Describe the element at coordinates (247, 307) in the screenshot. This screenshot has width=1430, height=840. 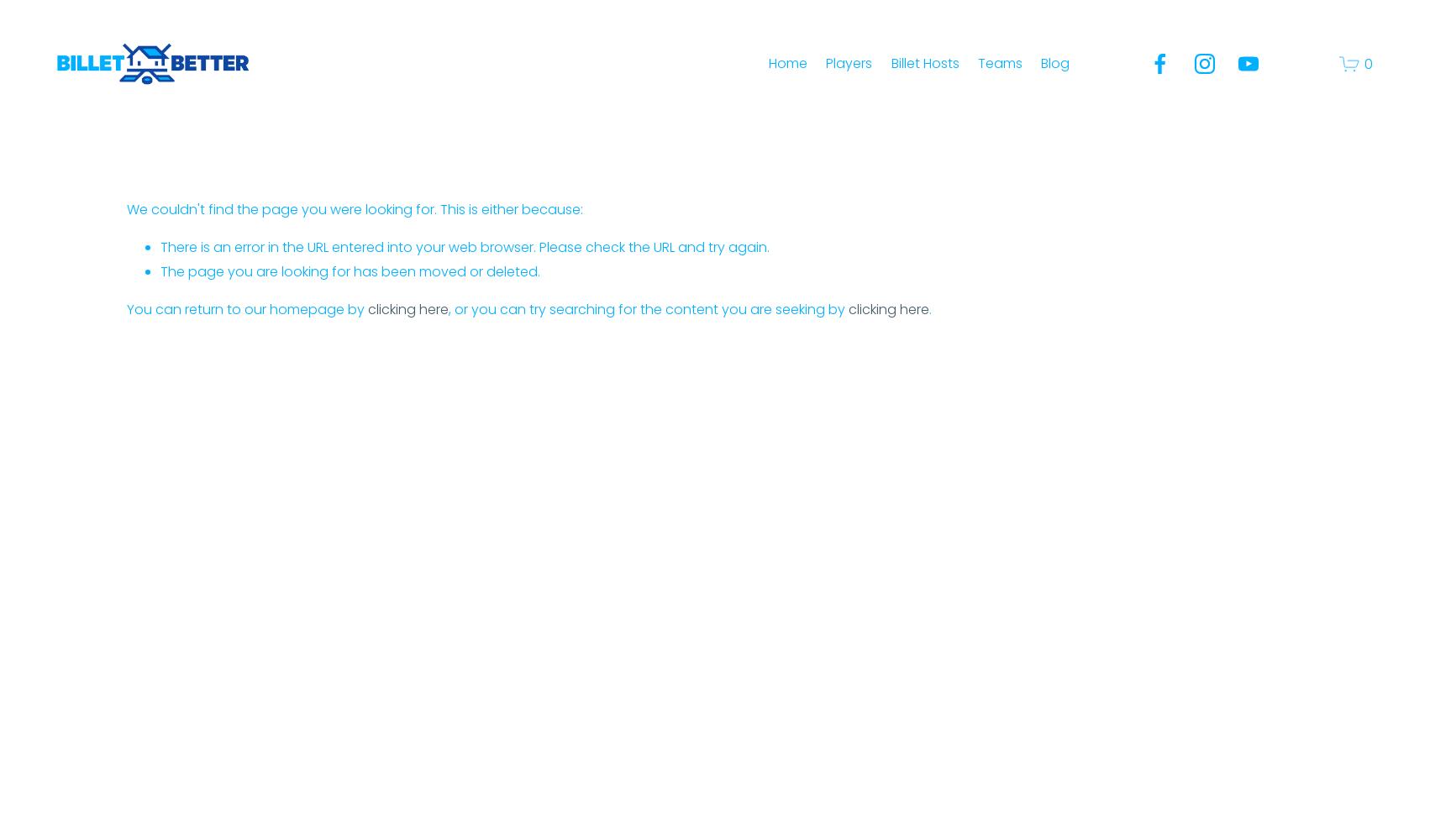
I see `'You can return to our homepage by'` at that location.